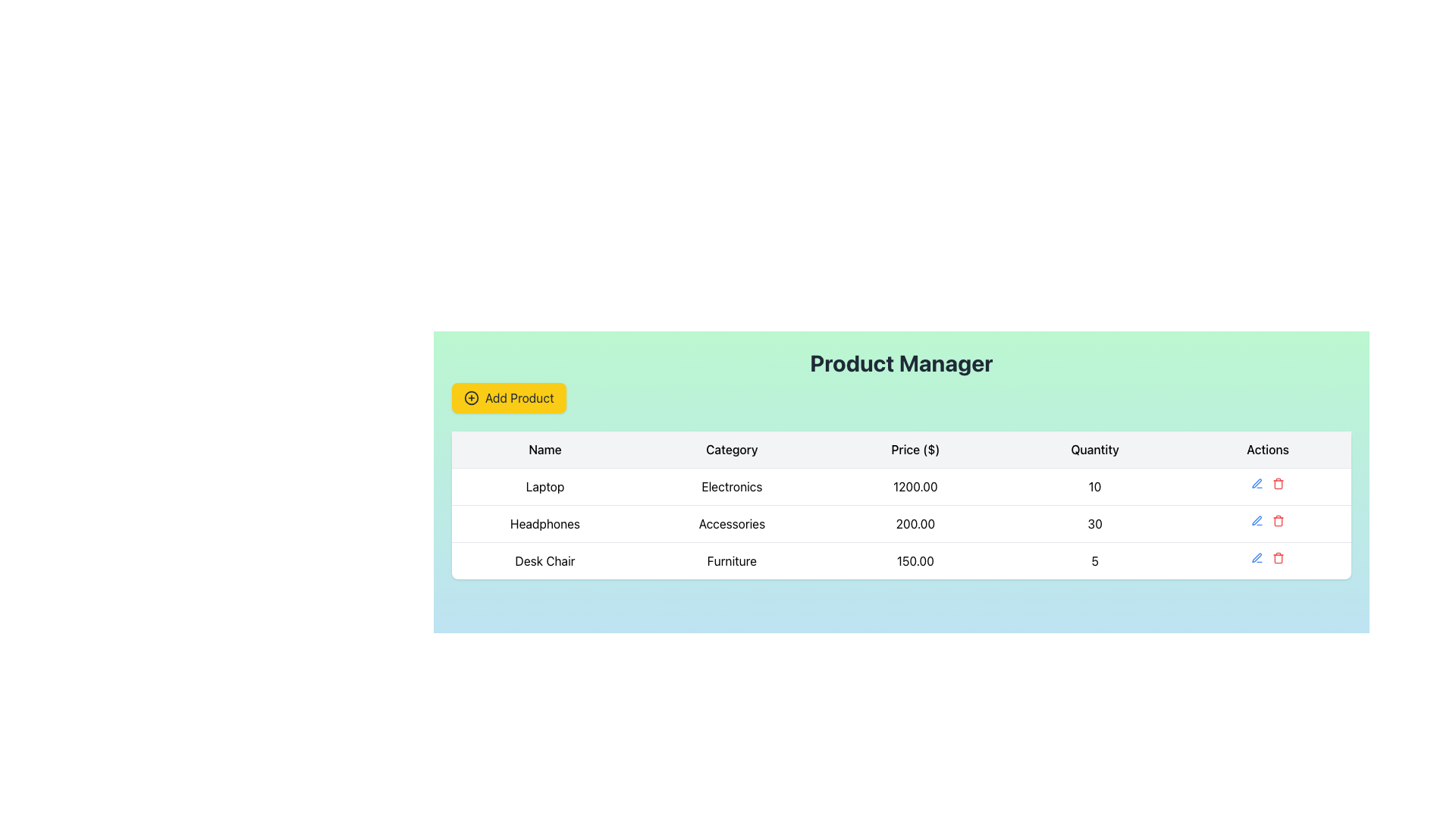 The width and height of the screenshot is (1456, 819). I want to click on the text label that reads 'Furniture', which is located in the last row of the table under the 'Category' column, so click(732, 560).